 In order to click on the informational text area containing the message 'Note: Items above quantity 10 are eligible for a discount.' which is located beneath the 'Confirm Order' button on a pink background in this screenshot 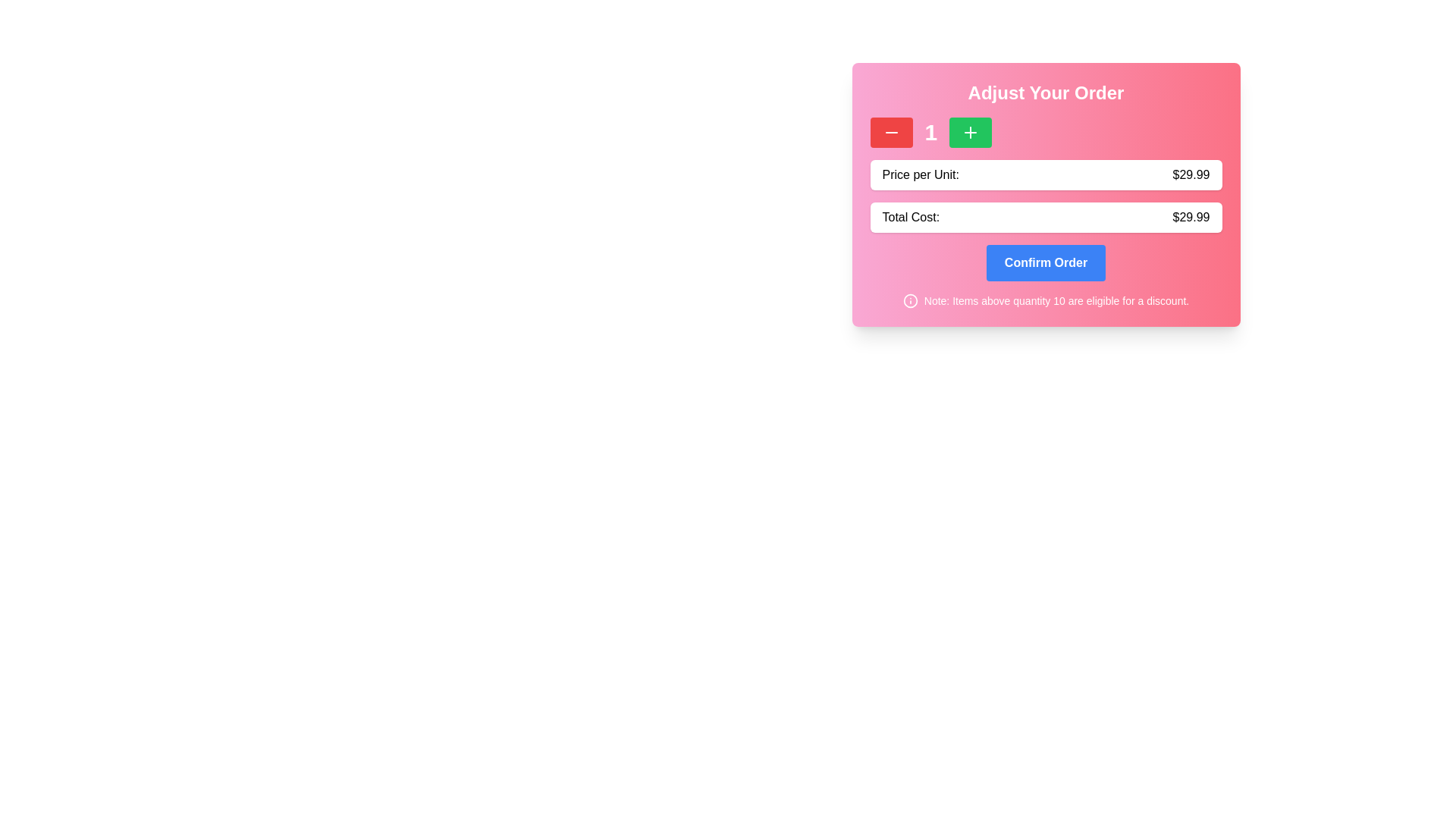, I will do `click(1045, 301)`.